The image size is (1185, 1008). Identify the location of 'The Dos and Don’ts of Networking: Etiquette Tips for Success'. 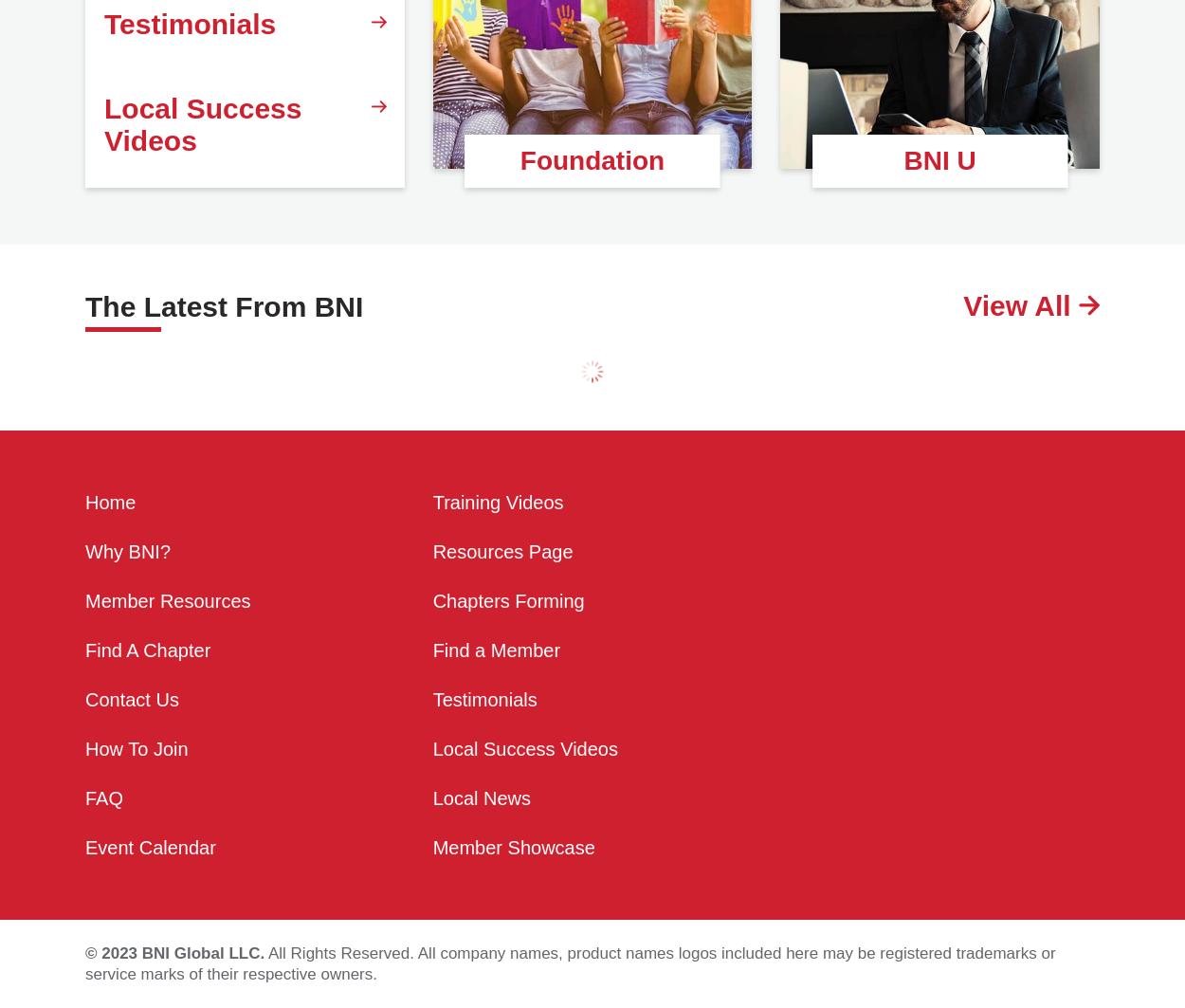
(194, 433).